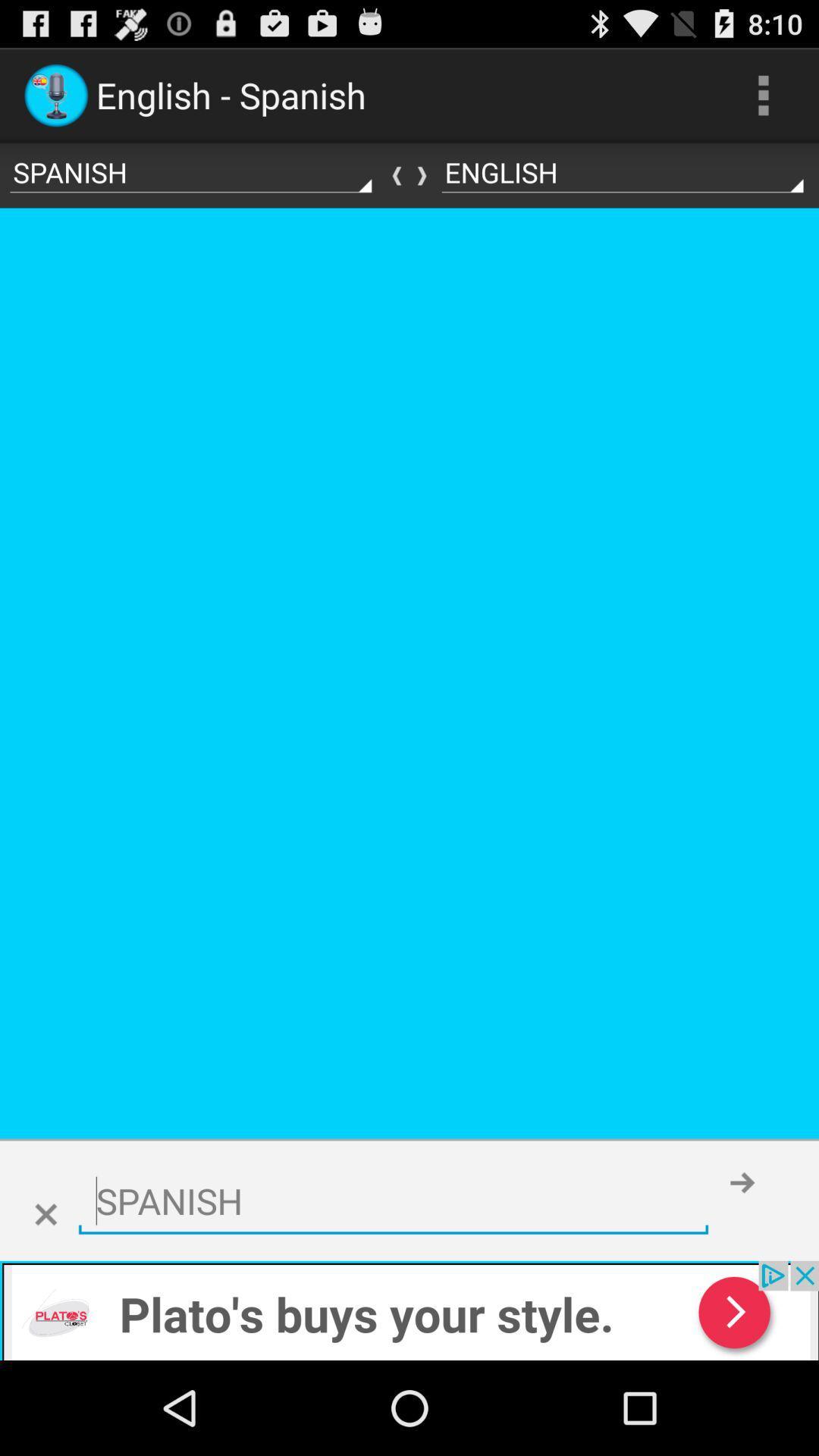  Describe the element at coordinates (45, 1215) in the screenshot. I see `clolse` at that location.